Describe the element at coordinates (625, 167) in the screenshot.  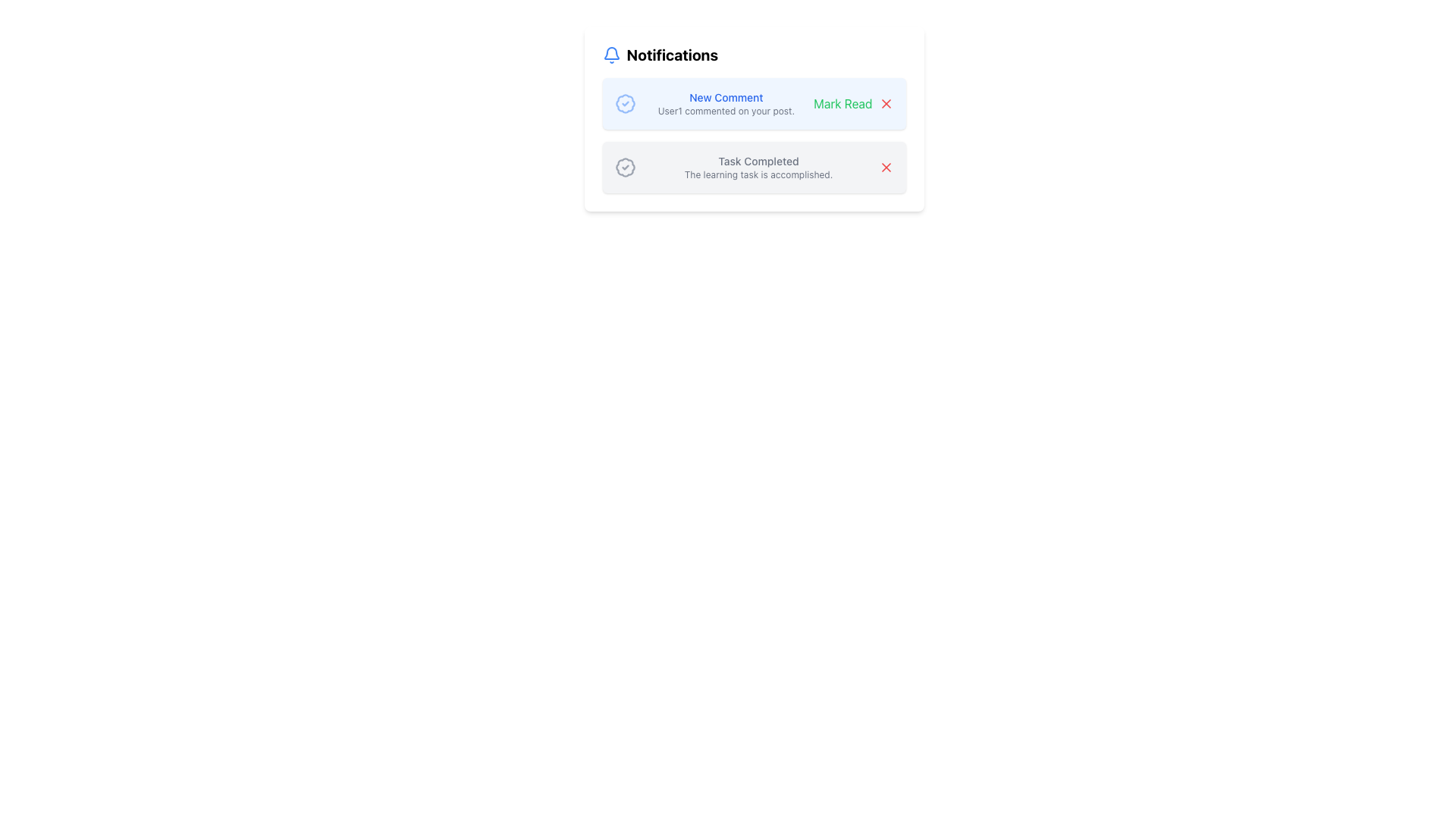
I see `the Decorative Icon, a circular badge-like element with a scalloped border, located in the lower notification entry panel next to the 'Task Completed' red icon` at that location.